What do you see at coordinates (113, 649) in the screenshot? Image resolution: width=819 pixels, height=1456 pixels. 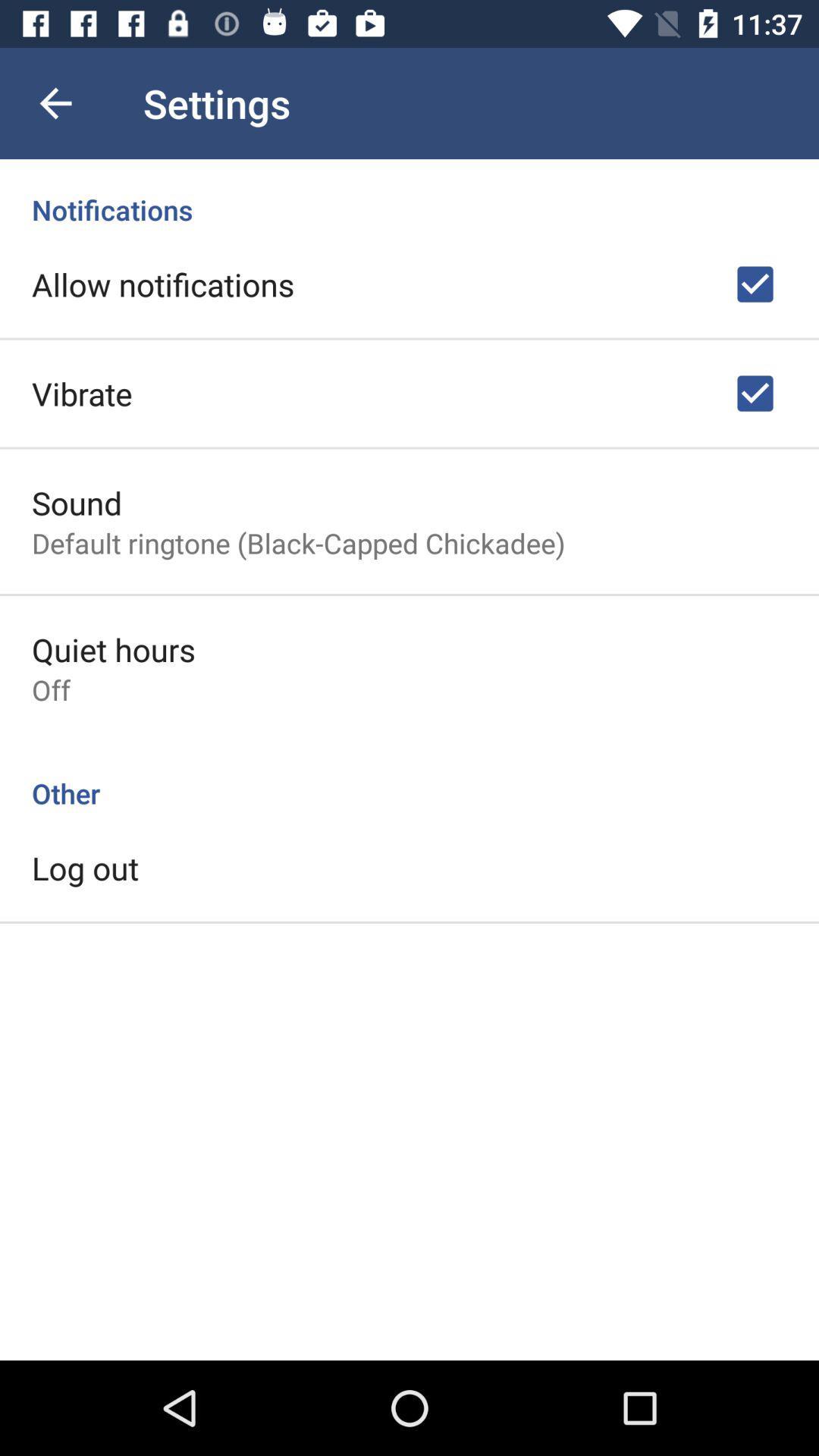 I see `quiet hours icon` at bounding box center [113, 649].